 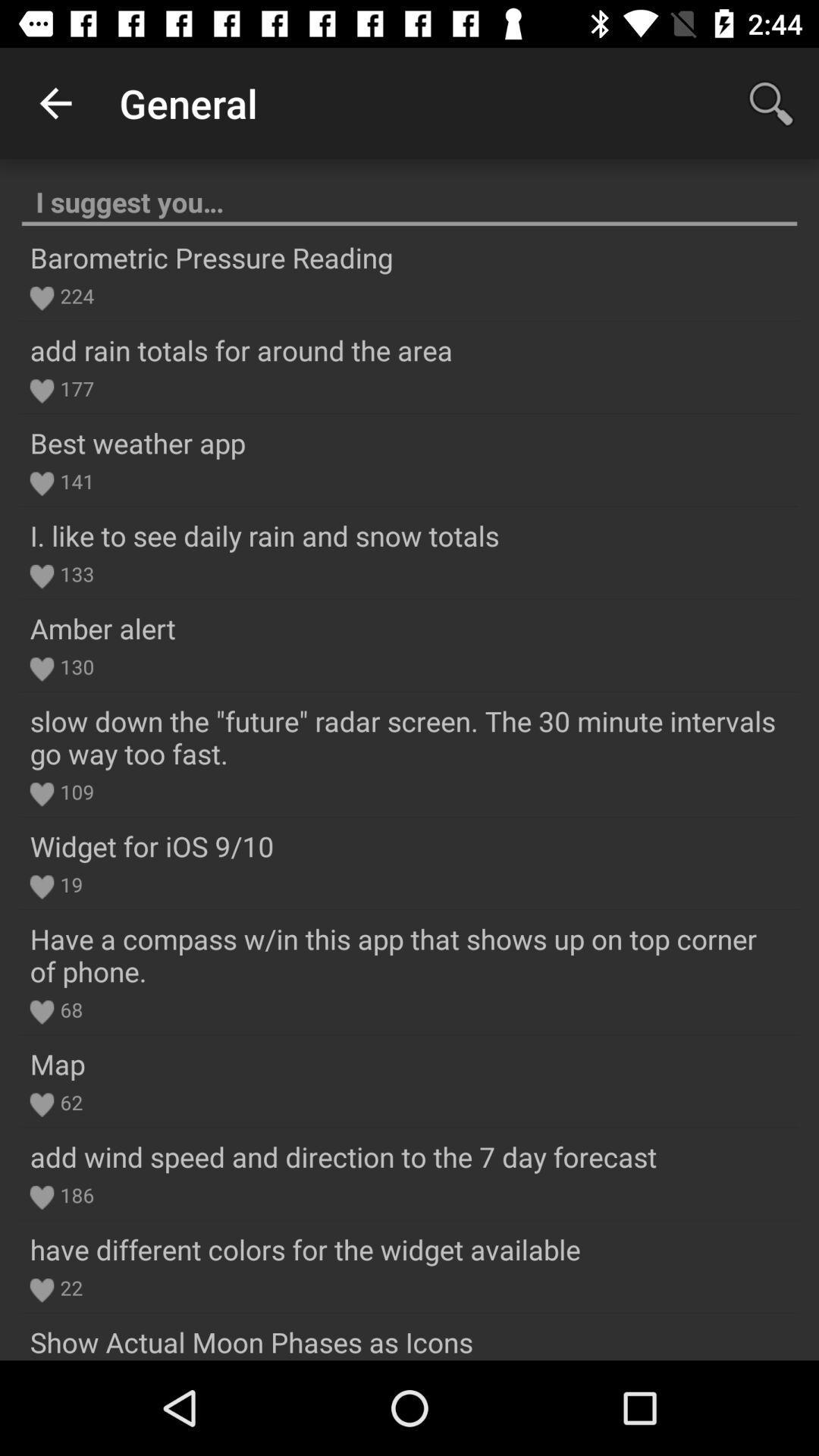 I want to click on item above the 130 icon, so click(x=102, y=628).